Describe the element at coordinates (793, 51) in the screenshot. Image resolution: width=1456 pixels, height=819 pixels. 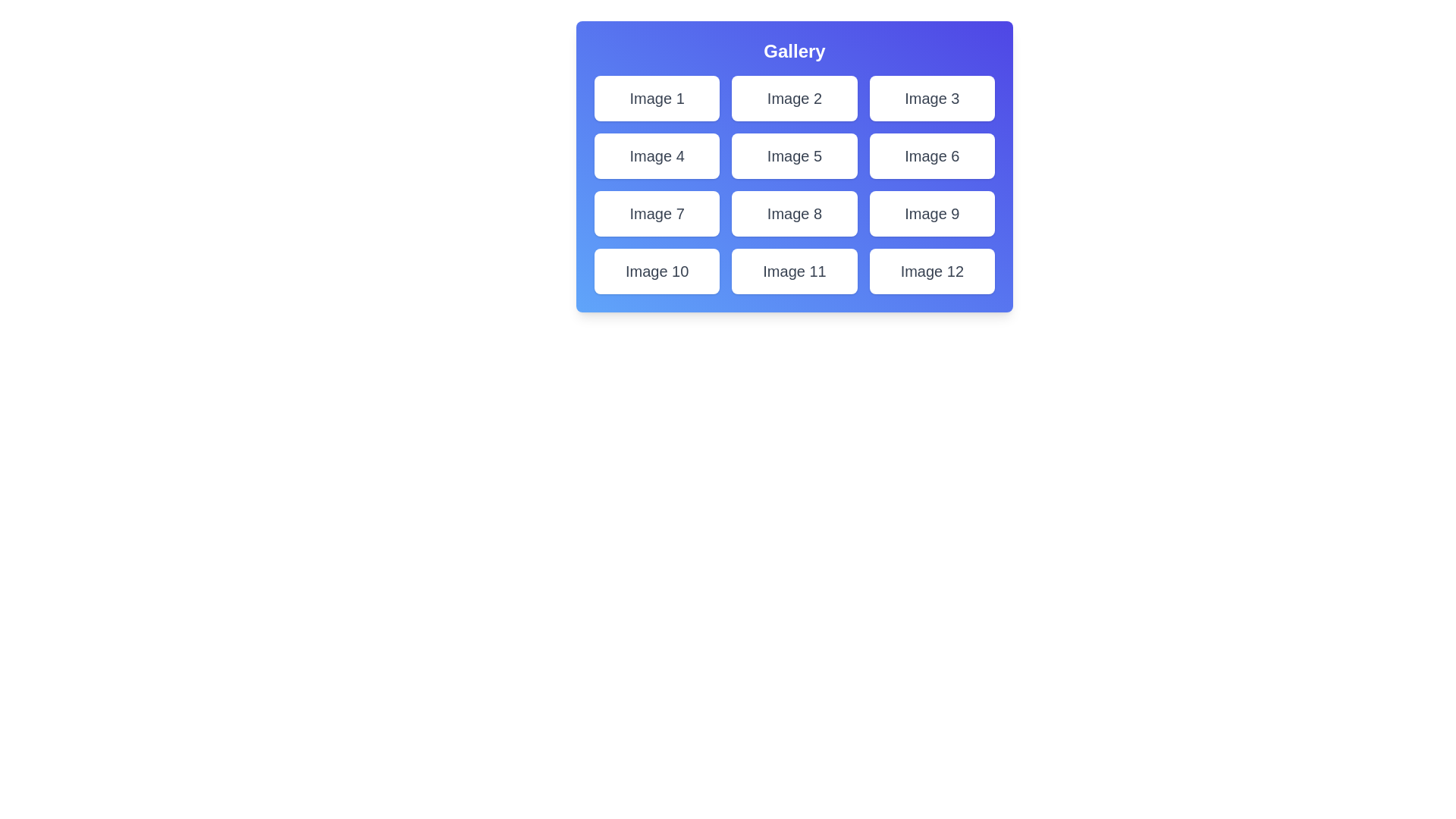
I see `the title 'Gallery' to trigger an interaction` at that location.